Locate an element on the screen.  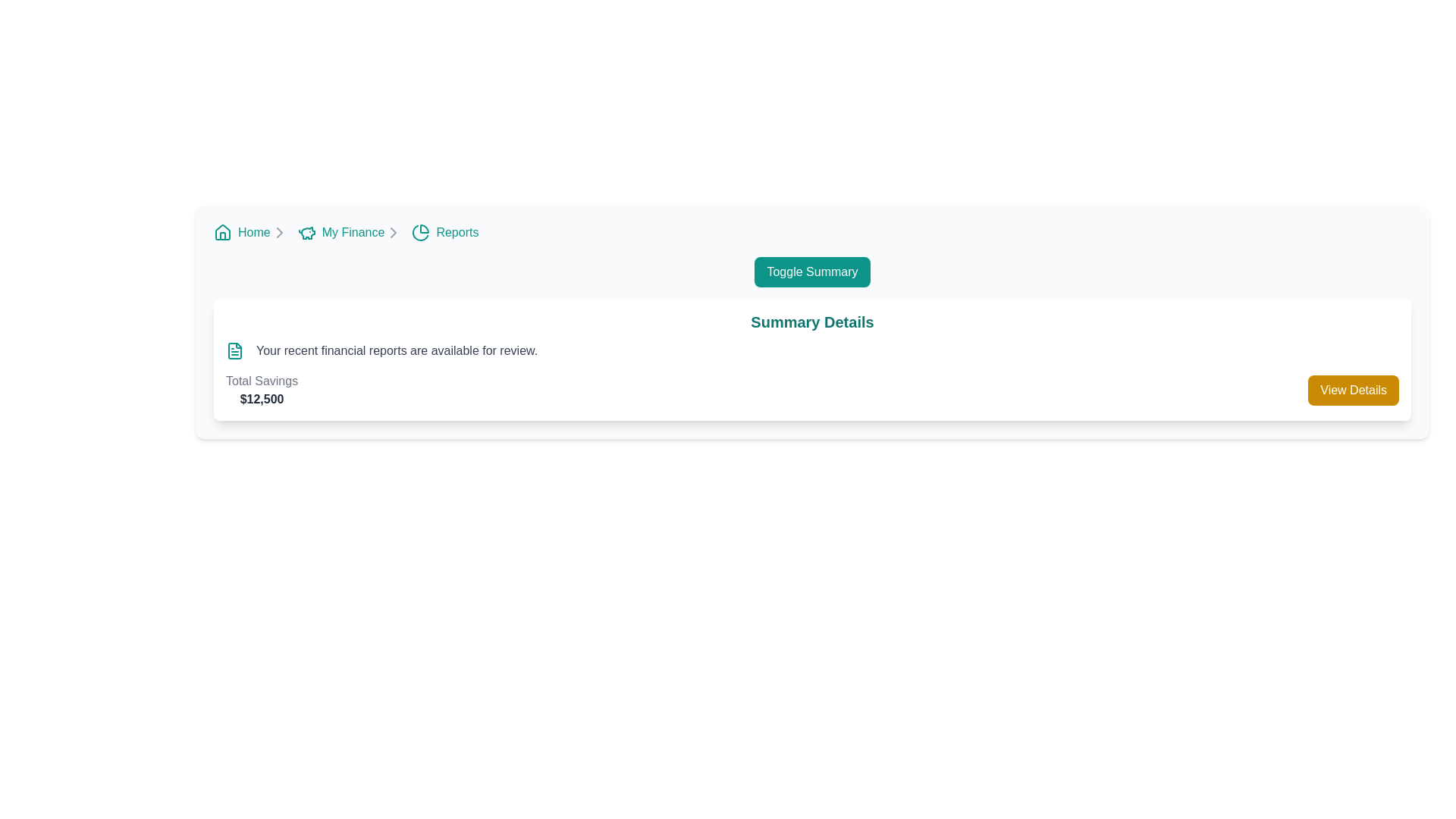
the 'Toggle Summary' button with a teal background and white text to change its background color is located at coordinates (811, 271).